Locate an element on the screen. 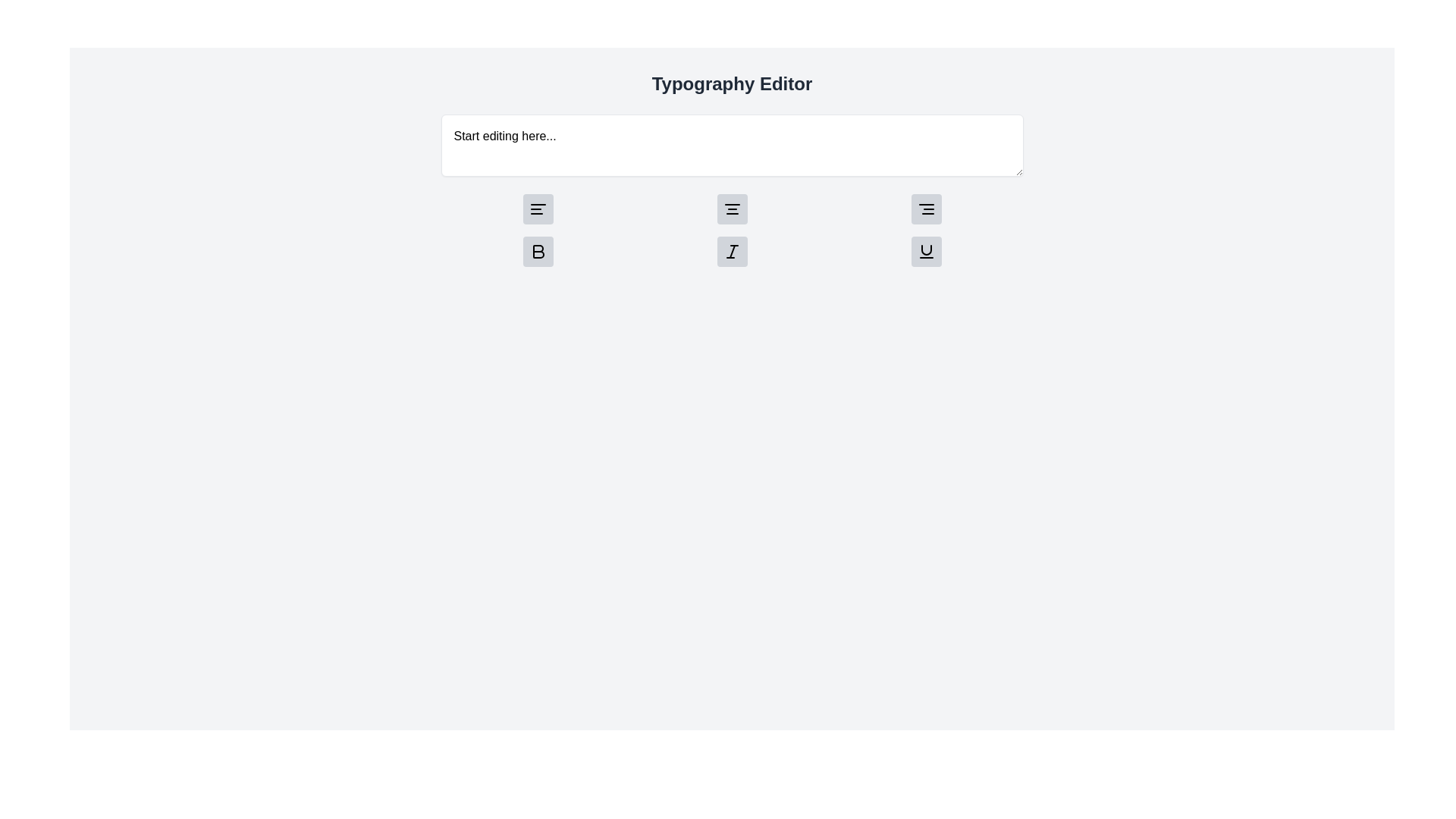  the centered alignment button with a gray background and icon depicting three horizontal lines is located at coordinates (732, 190).